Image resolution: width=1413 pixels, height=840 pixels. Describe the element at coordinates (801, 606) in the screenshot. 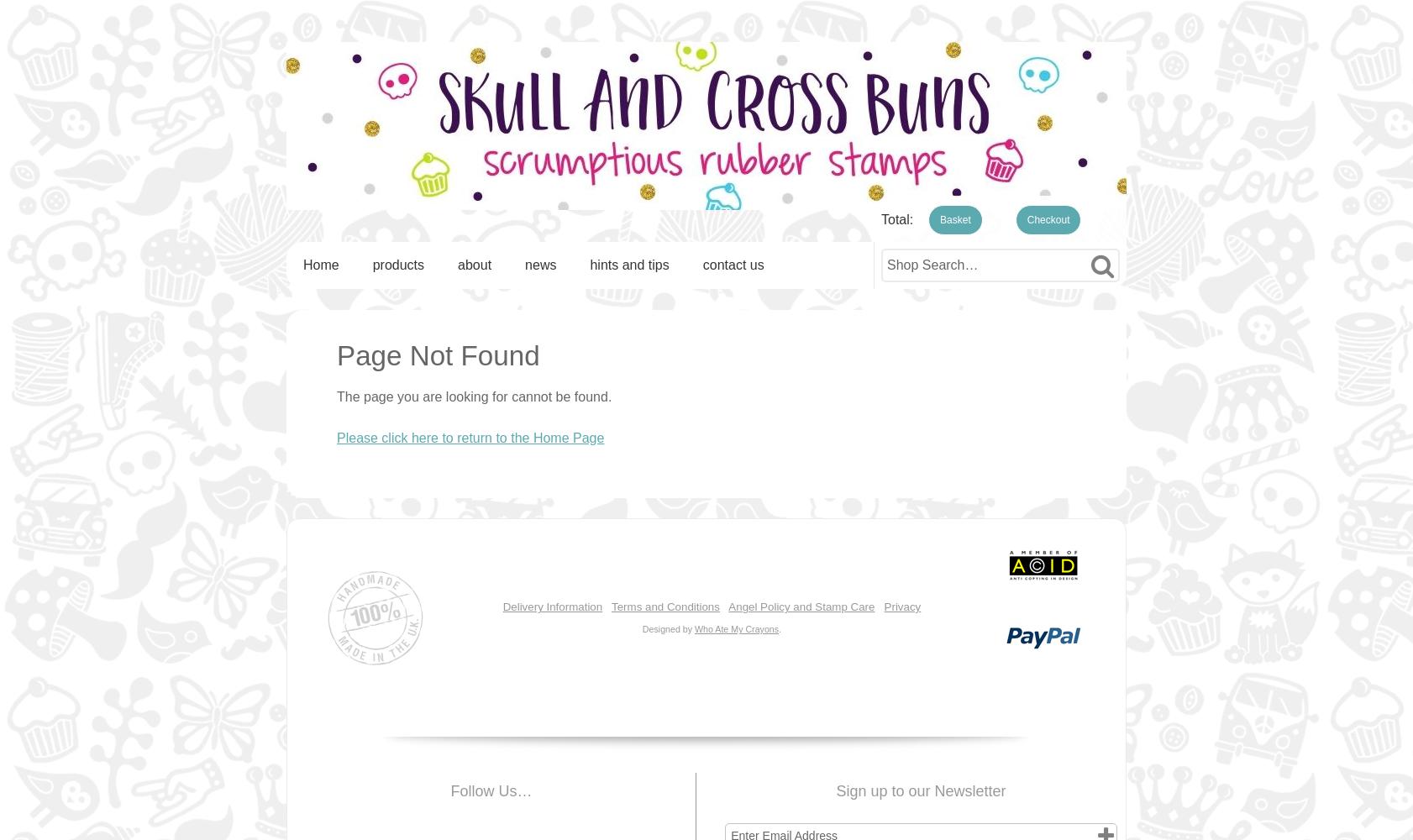

I see `'Angel Policy and Stamp Care'` at that location.